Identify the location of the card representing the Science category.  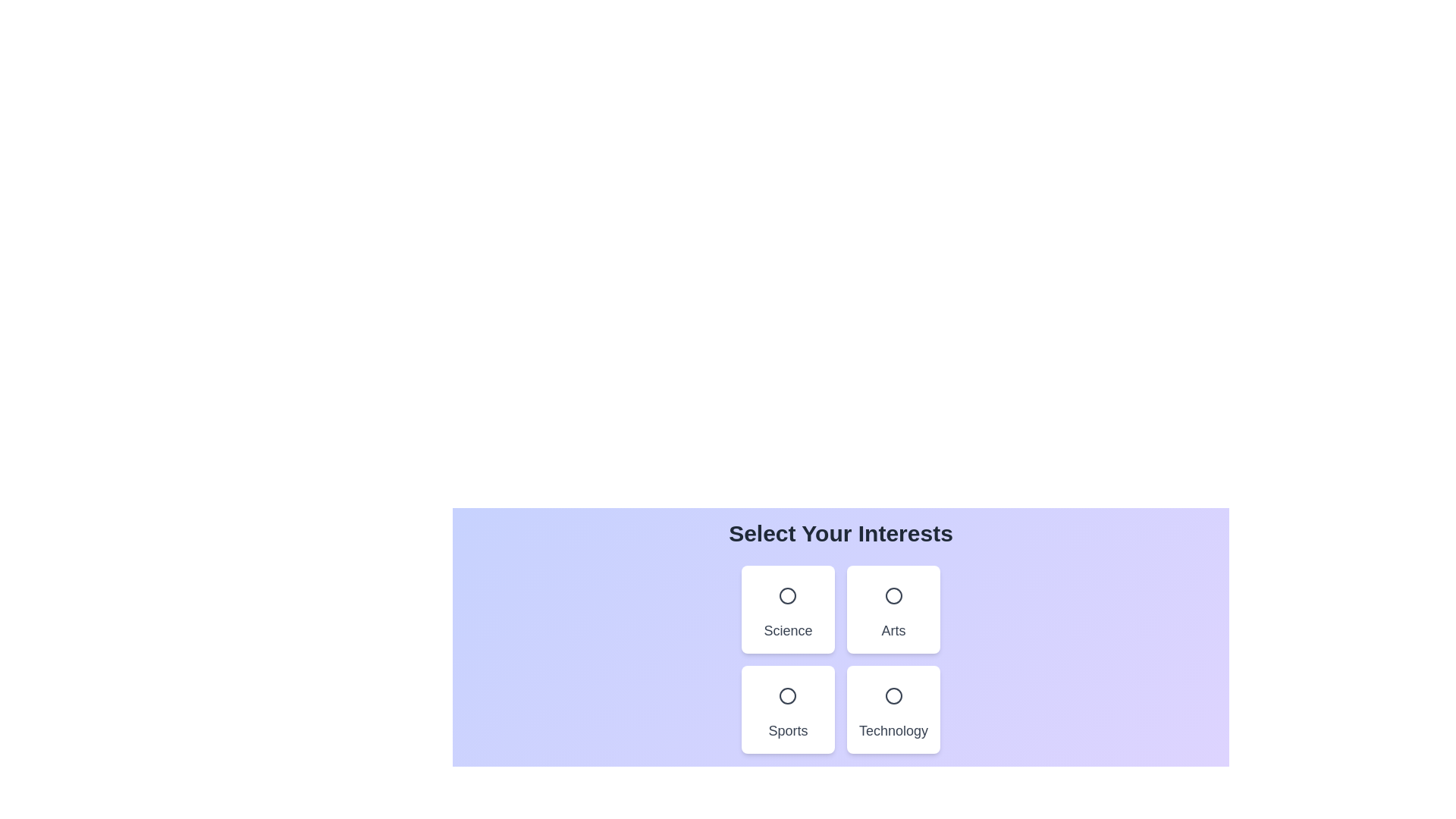
(788, 608).